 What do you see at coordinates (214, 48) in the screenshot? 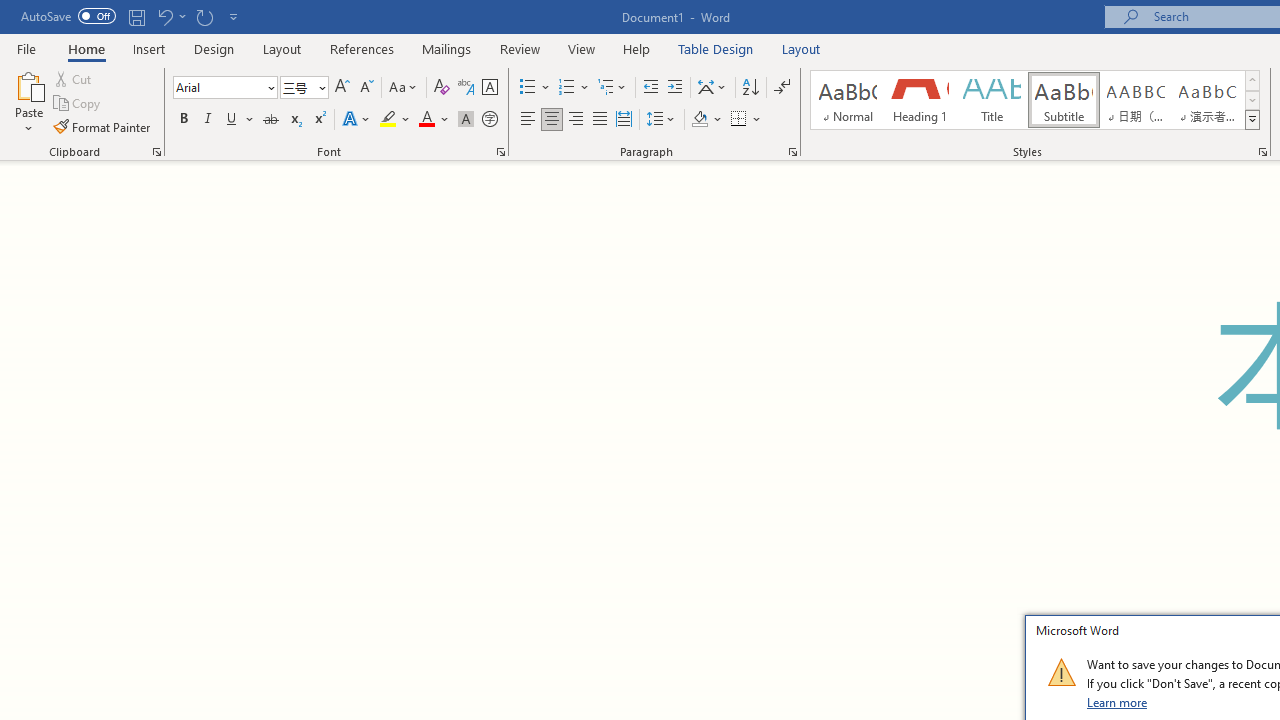
I see `'Design'` at bounding box center [214, 48].